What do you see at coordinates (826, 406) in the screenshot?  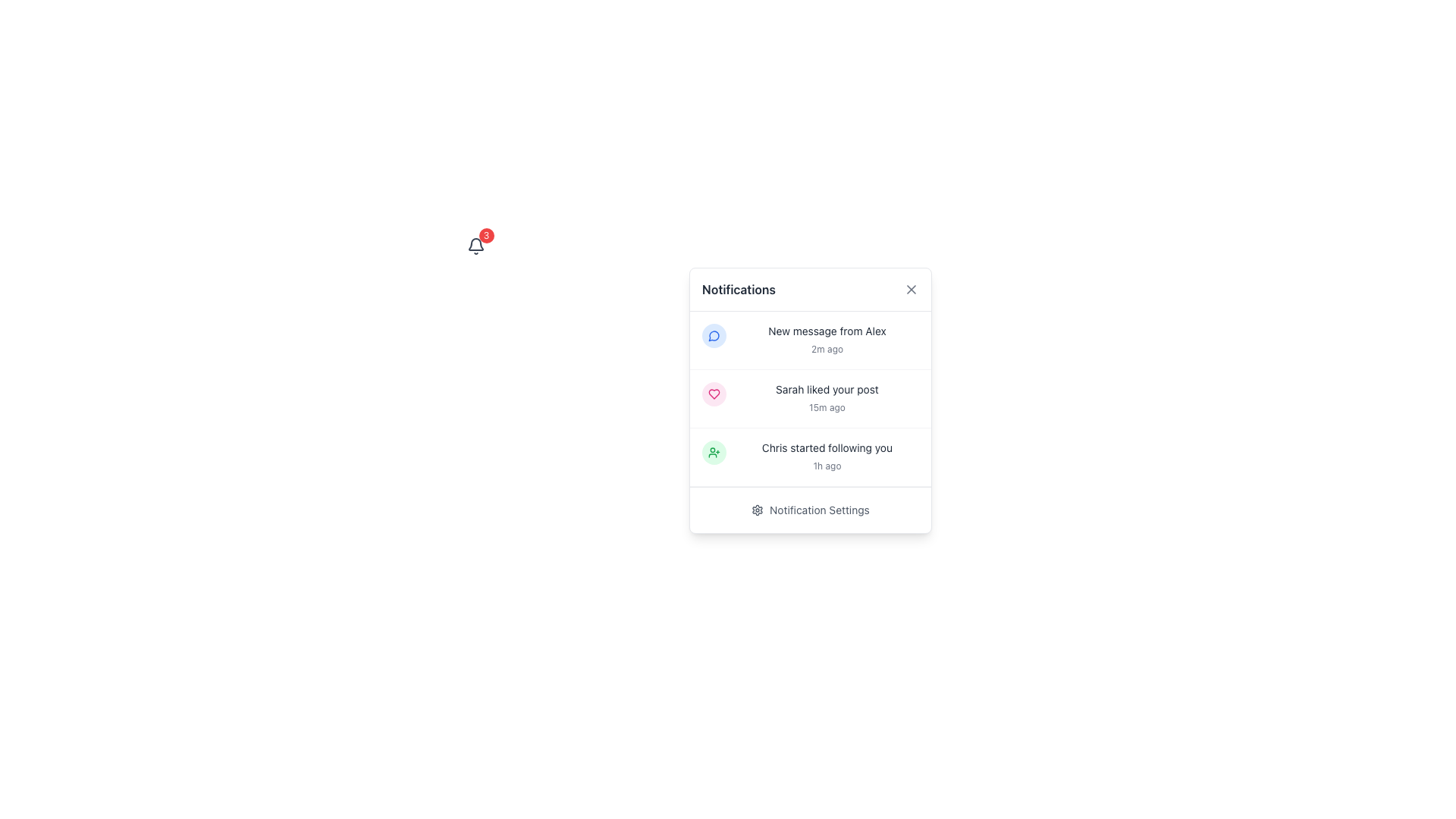 I see `displayed text from the time elapsed label located below 'Sarah liked your post' in the notification panel` at bounding box center [826, 406].